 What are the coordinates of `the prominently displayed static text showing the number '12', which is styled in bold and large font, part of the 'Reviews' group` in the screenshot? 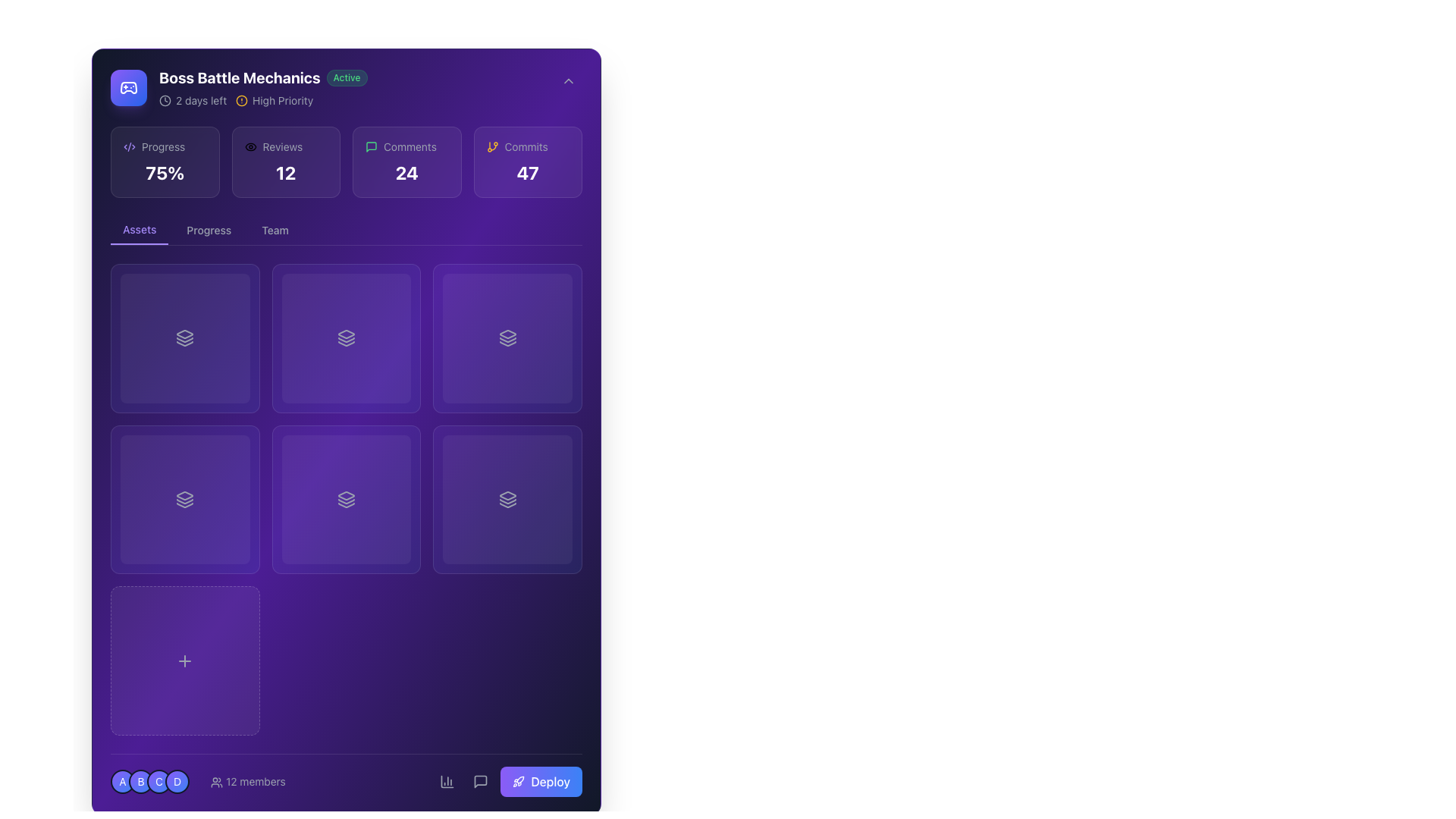 It's located at (286, 171).